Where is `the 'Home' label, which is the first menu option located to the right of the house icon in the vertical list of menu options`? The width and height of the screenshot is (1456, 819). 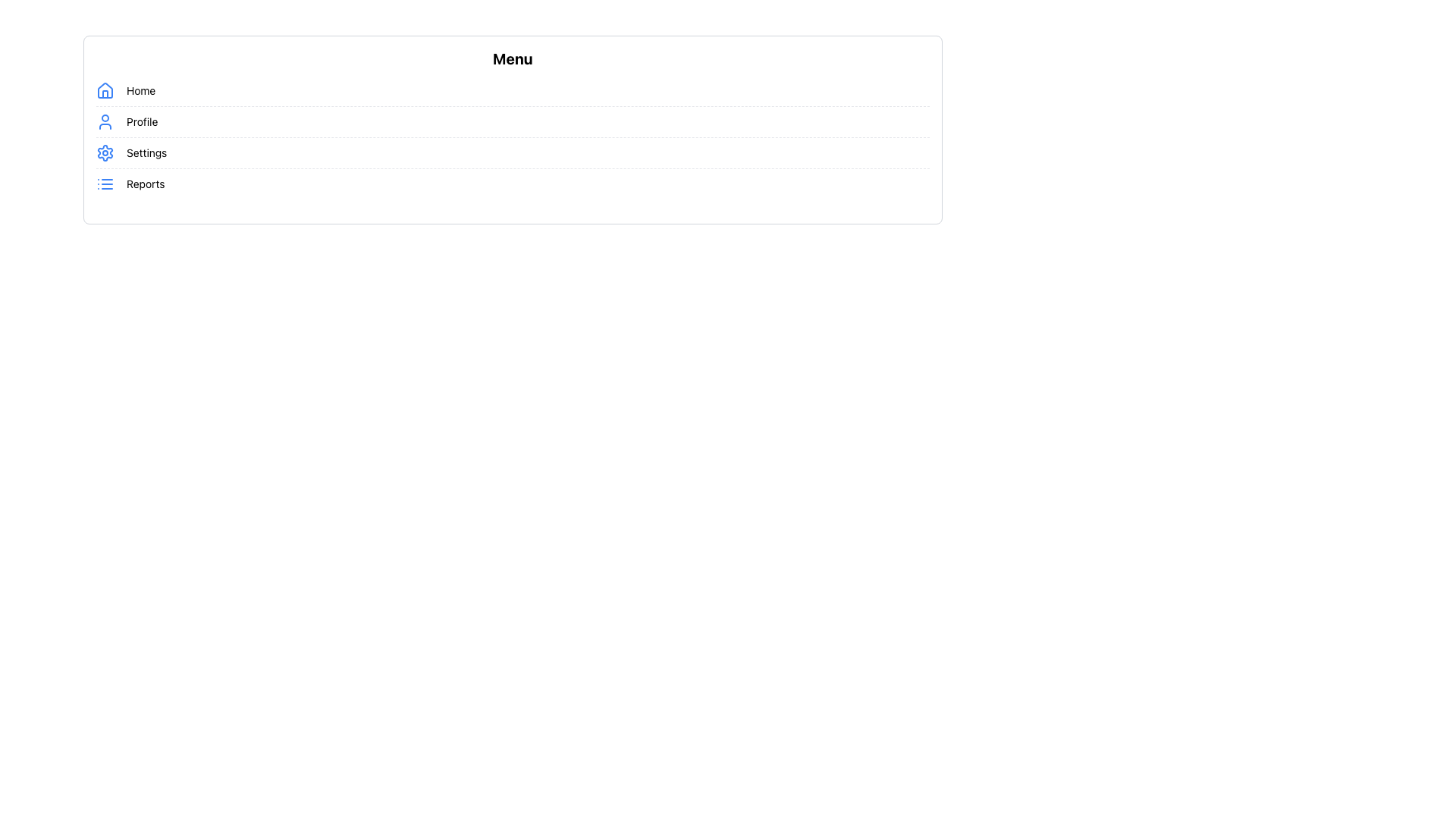 the 'Home' label, which is the first menu option located to the right of the house icon in the vertical list of menu options is located at coordinates (141, 90).